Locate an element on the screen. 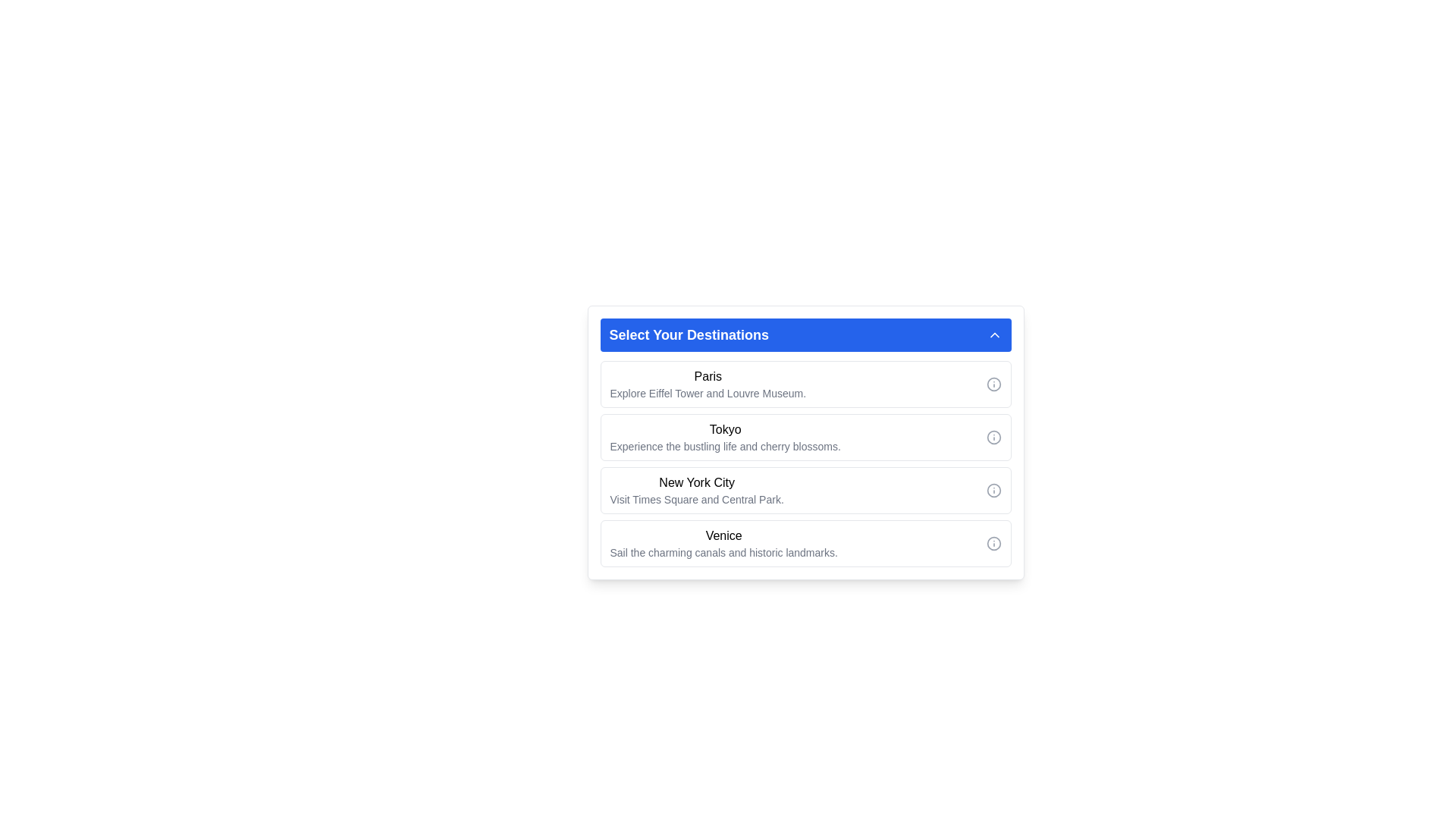 The image size is (1456, 819). the non-interactive label 'Paris' which indicates the destination's name, located at the top of the section under 'Select Your Destinations' is located at coordinates (707, 376).